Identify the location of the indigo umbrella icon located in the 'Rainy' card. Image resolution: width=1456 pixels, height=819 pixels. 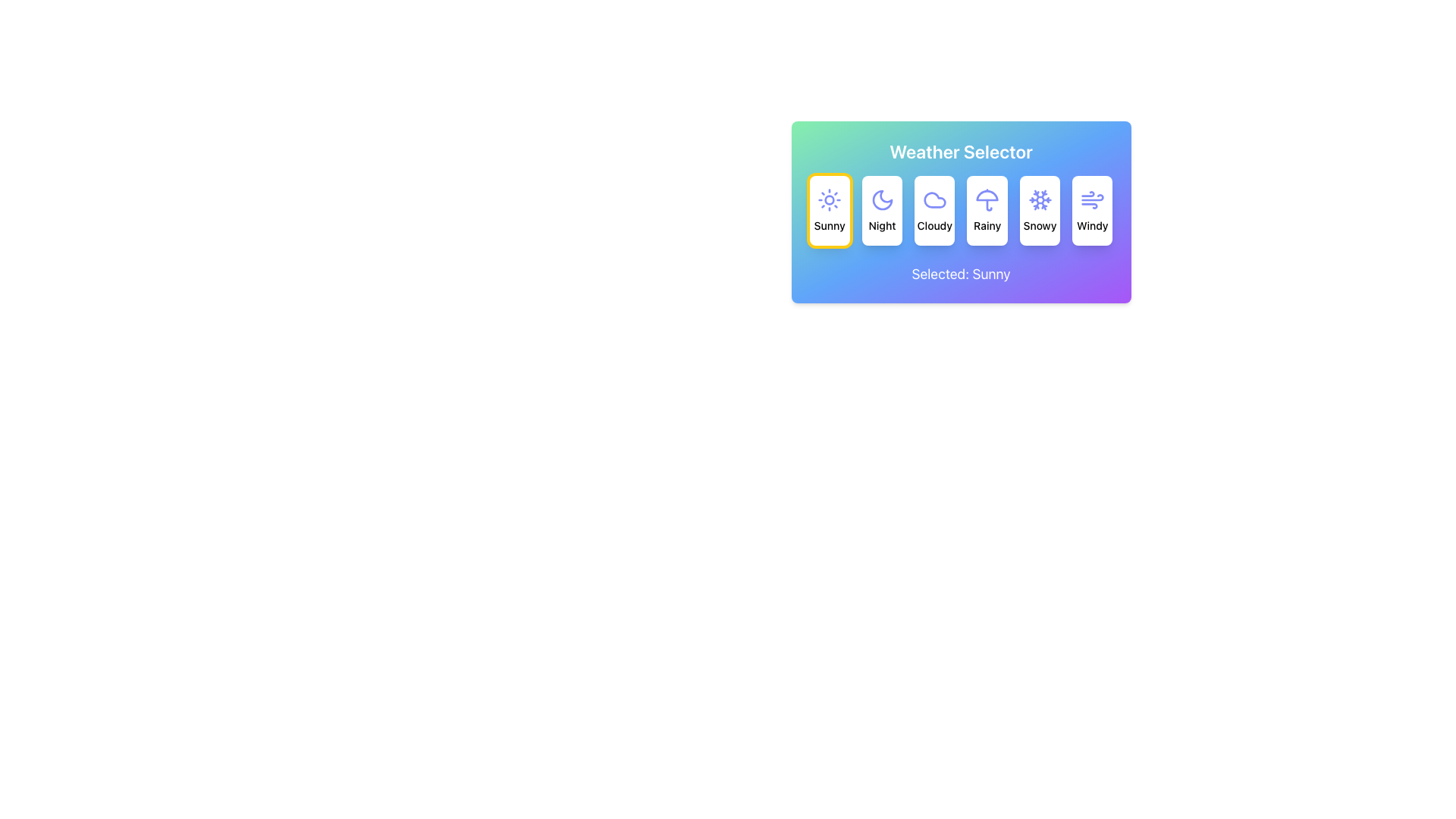
(987, 199).